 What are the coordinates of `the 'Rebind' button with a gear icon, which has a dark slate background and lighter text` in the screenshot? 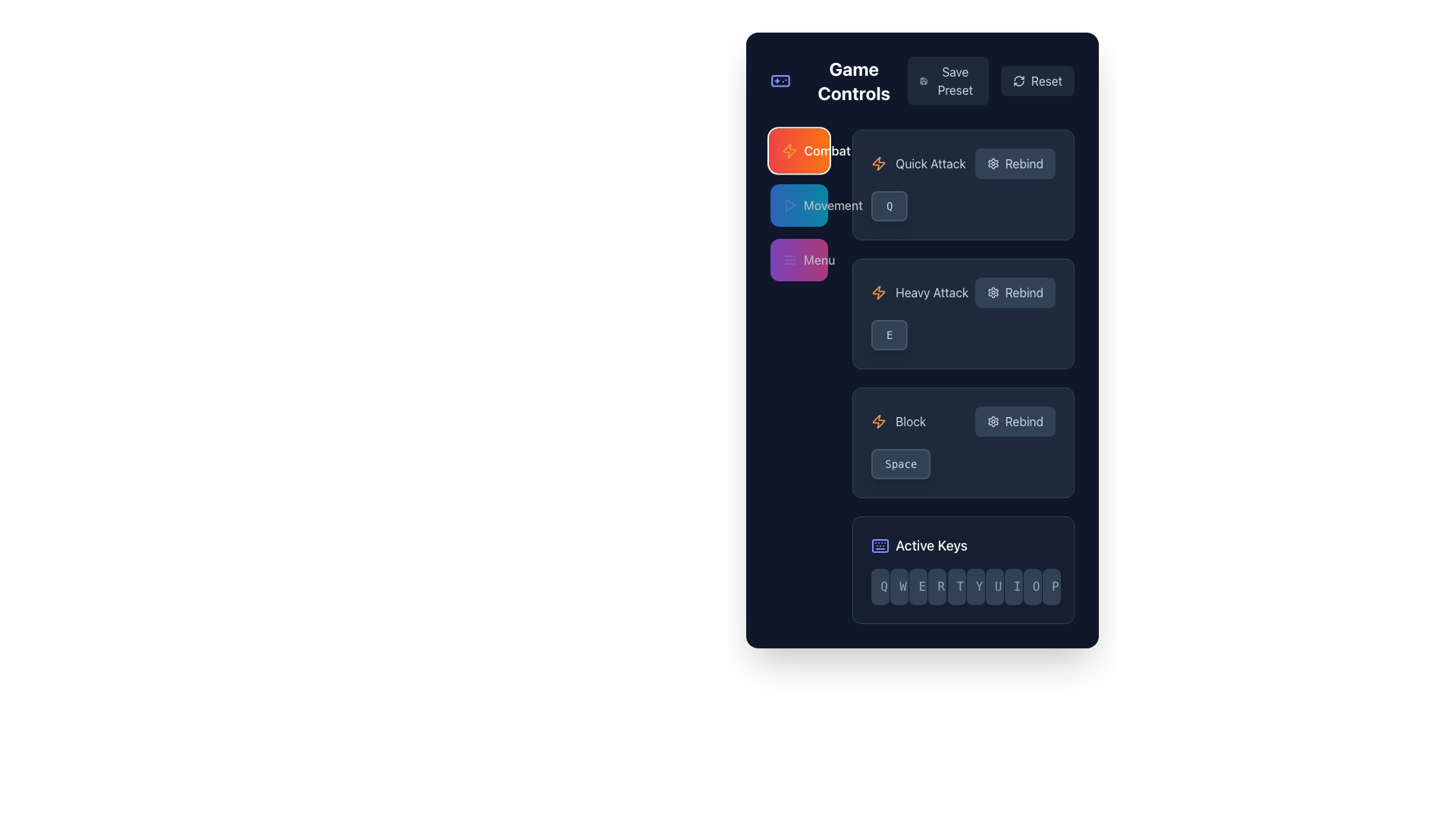 It's located at (1015, 421).